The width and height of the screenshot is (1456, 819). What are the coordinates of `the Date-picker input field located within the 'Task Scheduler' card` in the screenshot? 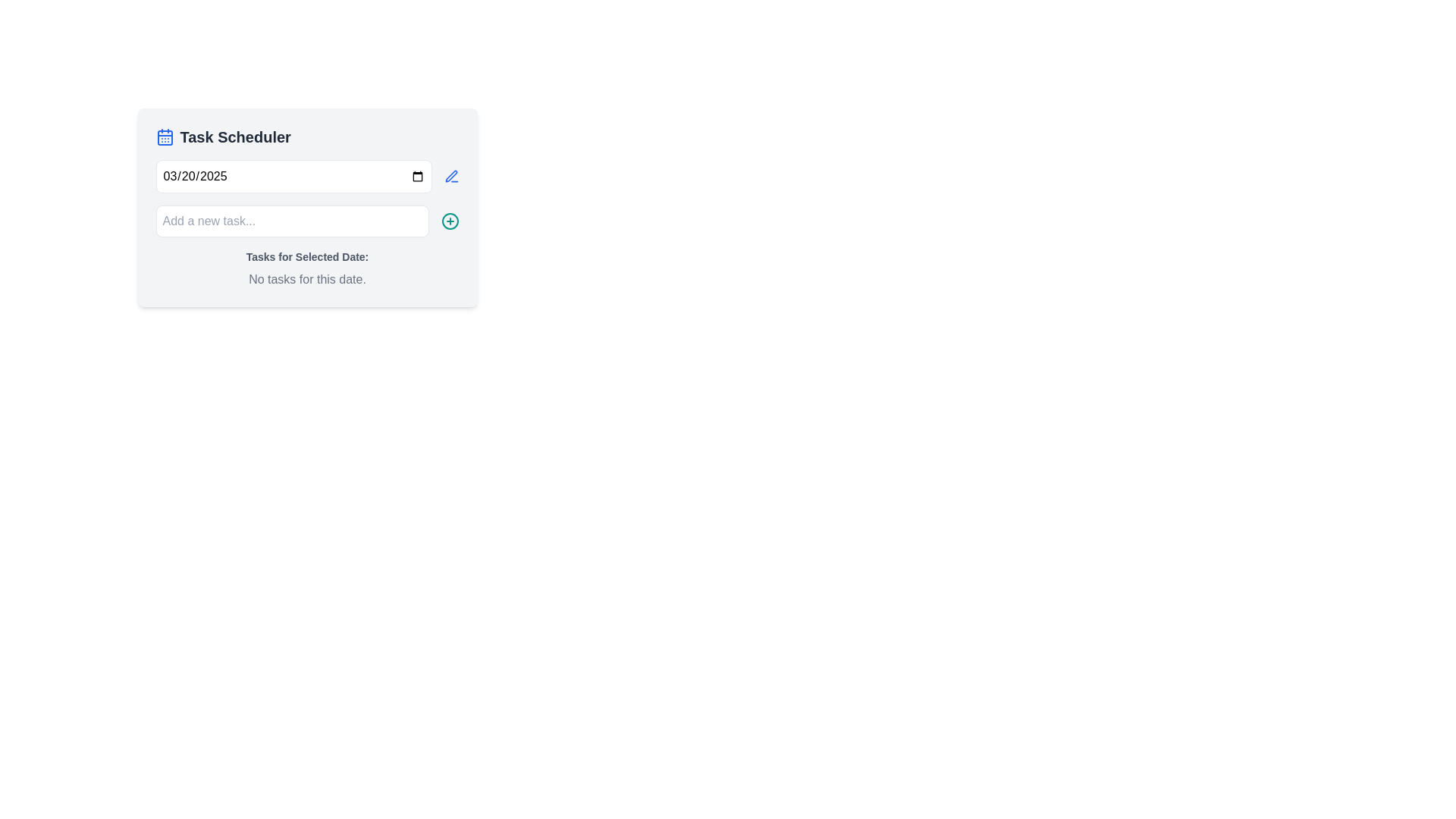 It's located at (306, 175).